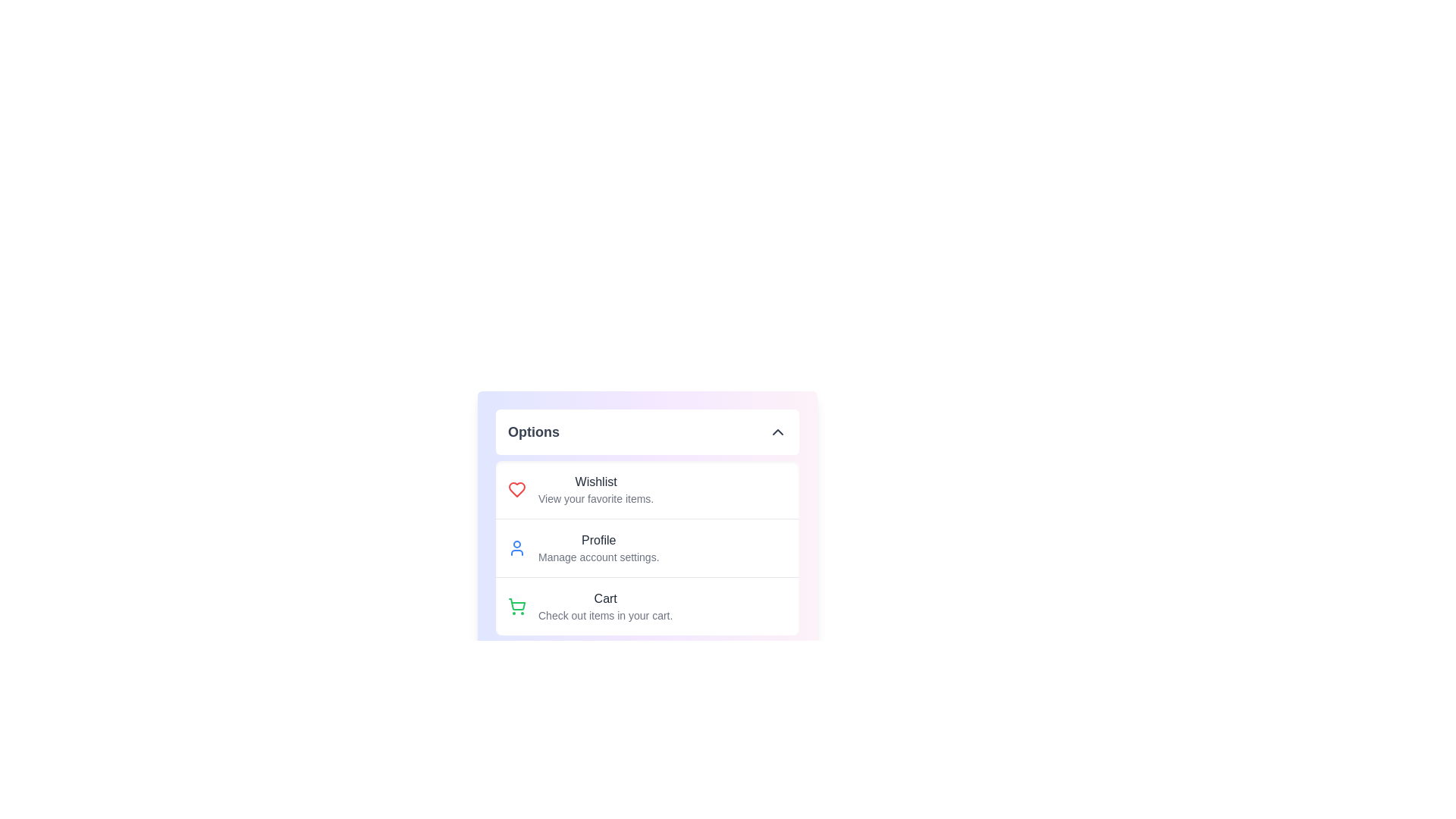 Image resolution: width=1456 pixels, height=819 pixels. Describe the element at coordinates (516, 489) in the screenshot. I see `the Wishlist icon to interact with it` at that location.